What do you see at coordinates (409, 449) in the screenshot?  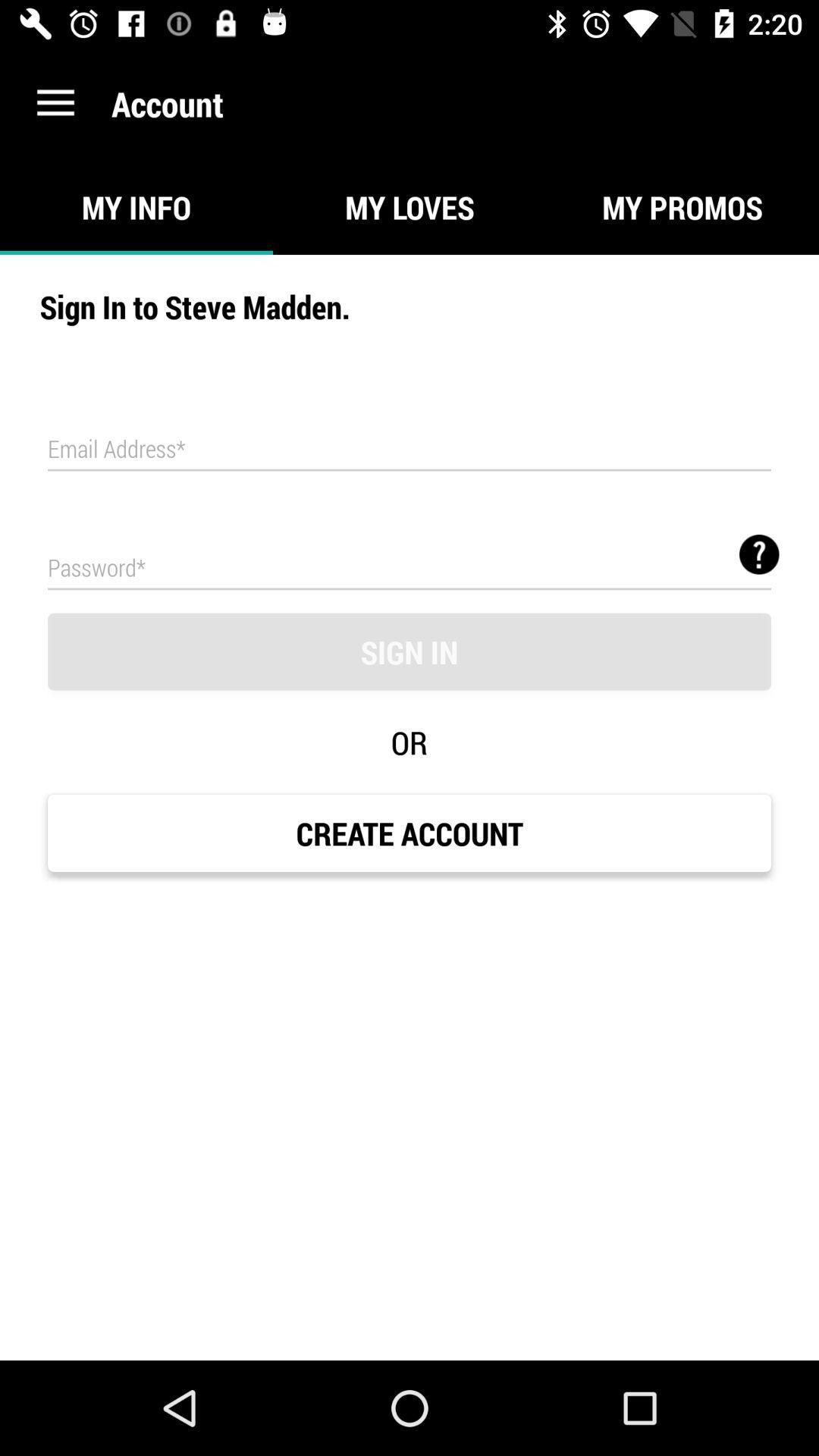 I see `icon below sign in to icon` at bounding box center [409, 449].